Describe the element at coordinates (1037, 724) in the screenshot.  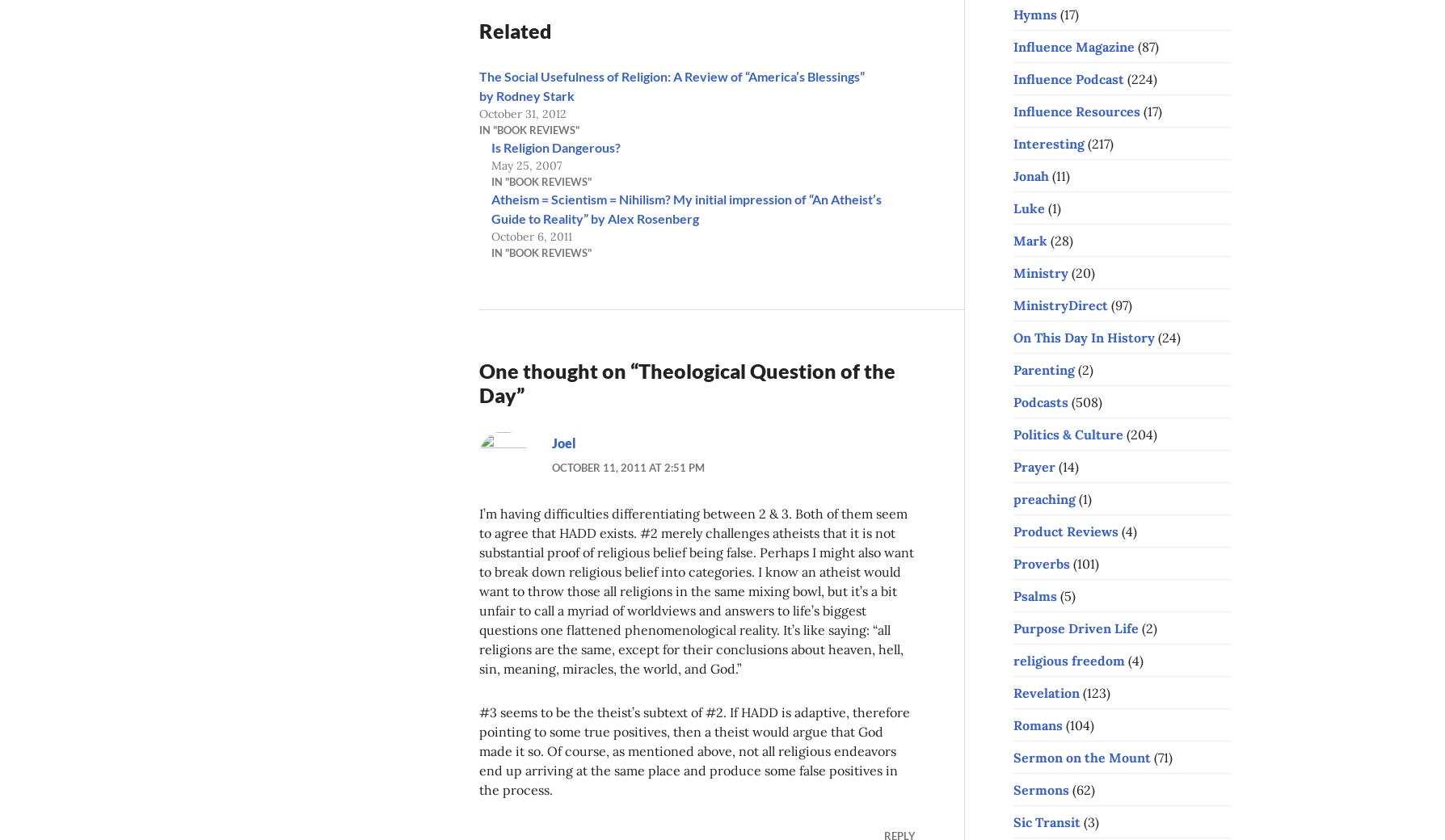
I see `'Romans'` at that location.